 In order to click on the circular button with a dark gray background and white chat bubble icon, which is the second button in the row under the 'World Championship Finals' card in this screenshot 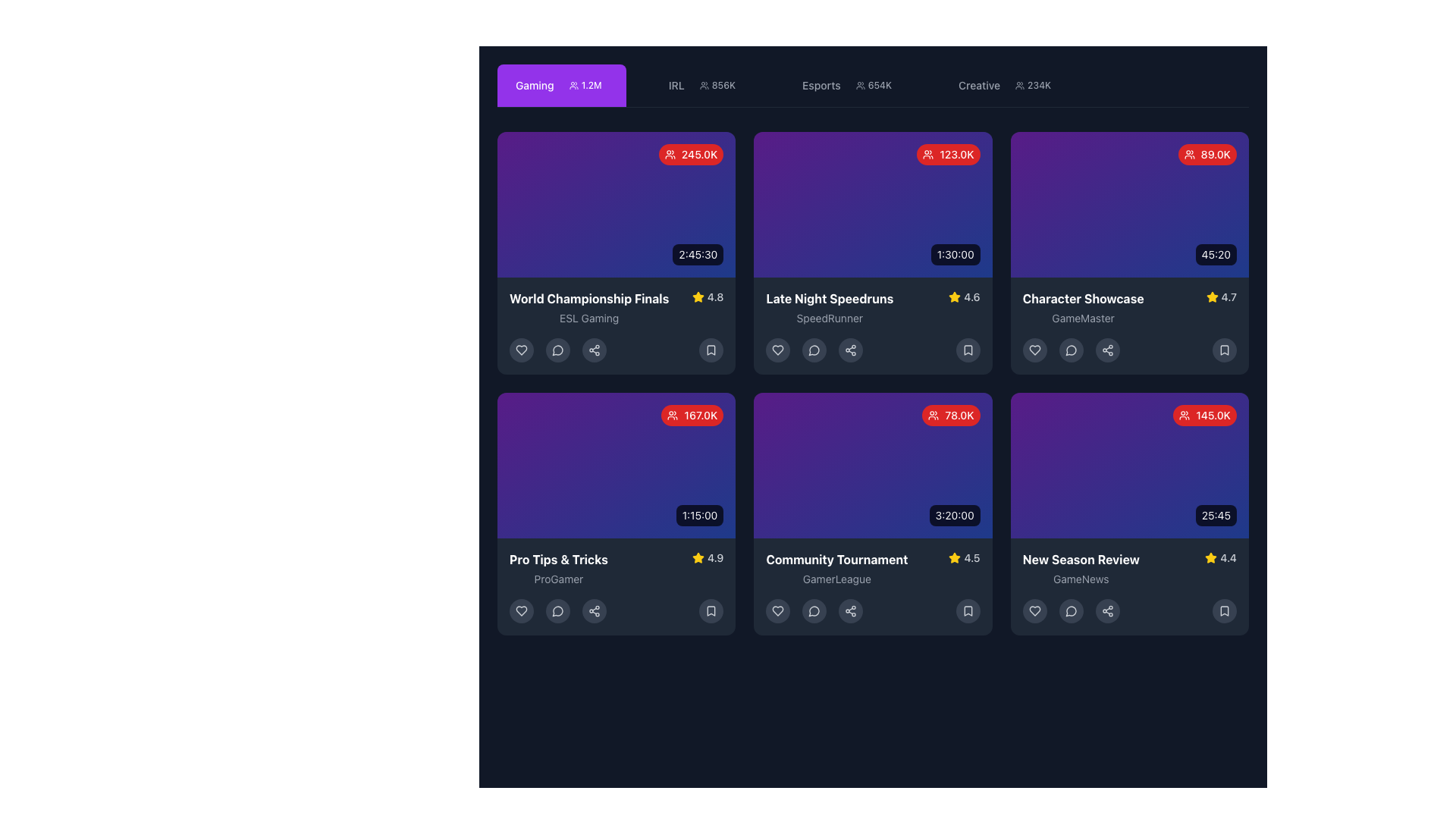, I will do `click(557, 350)`.